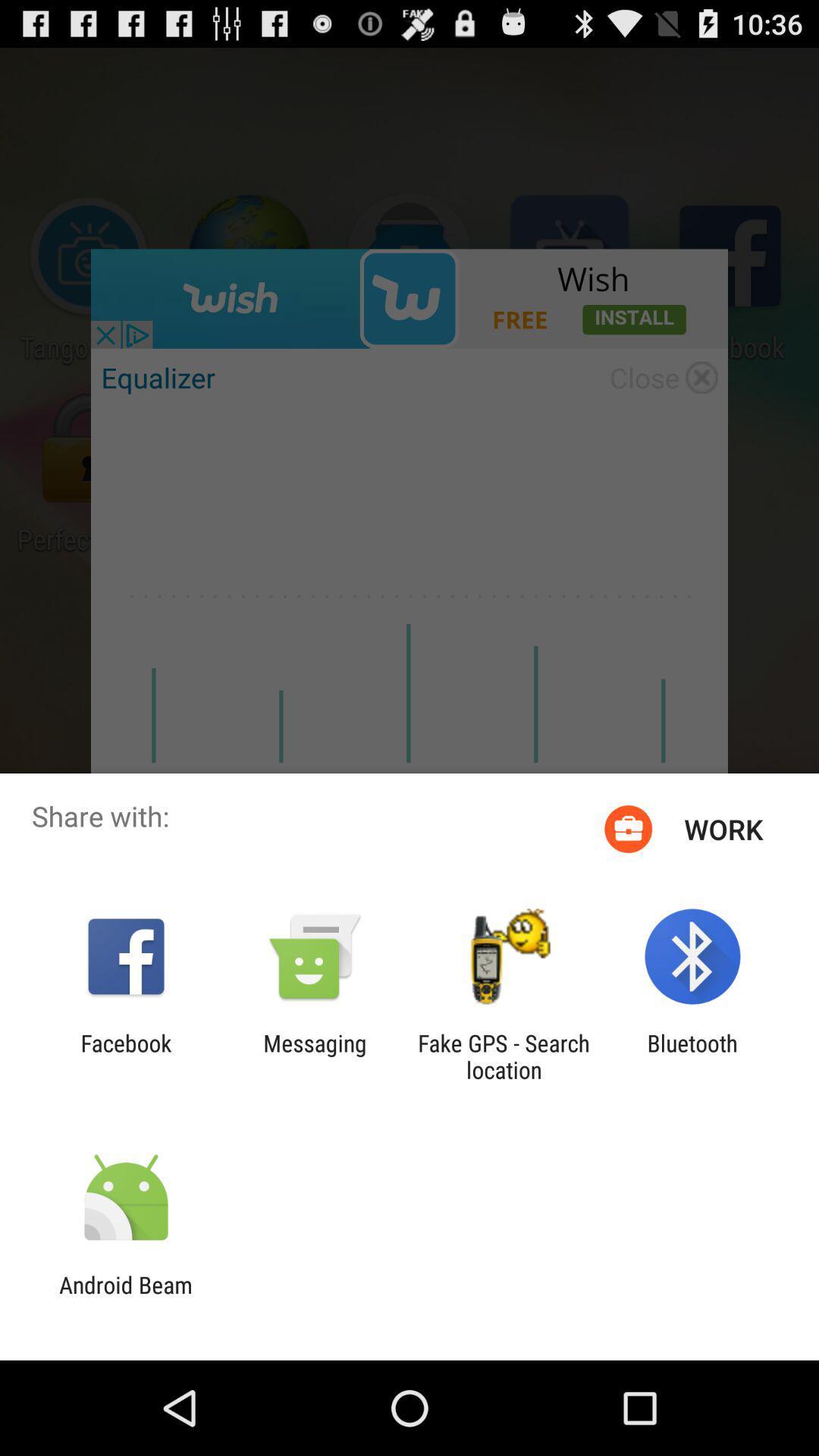 The height and width of the screenshot is (1456, 819). Describe the element at coordinates (314, 1056) in the screenshot. I see `item to the right of facebook icon` at that location.